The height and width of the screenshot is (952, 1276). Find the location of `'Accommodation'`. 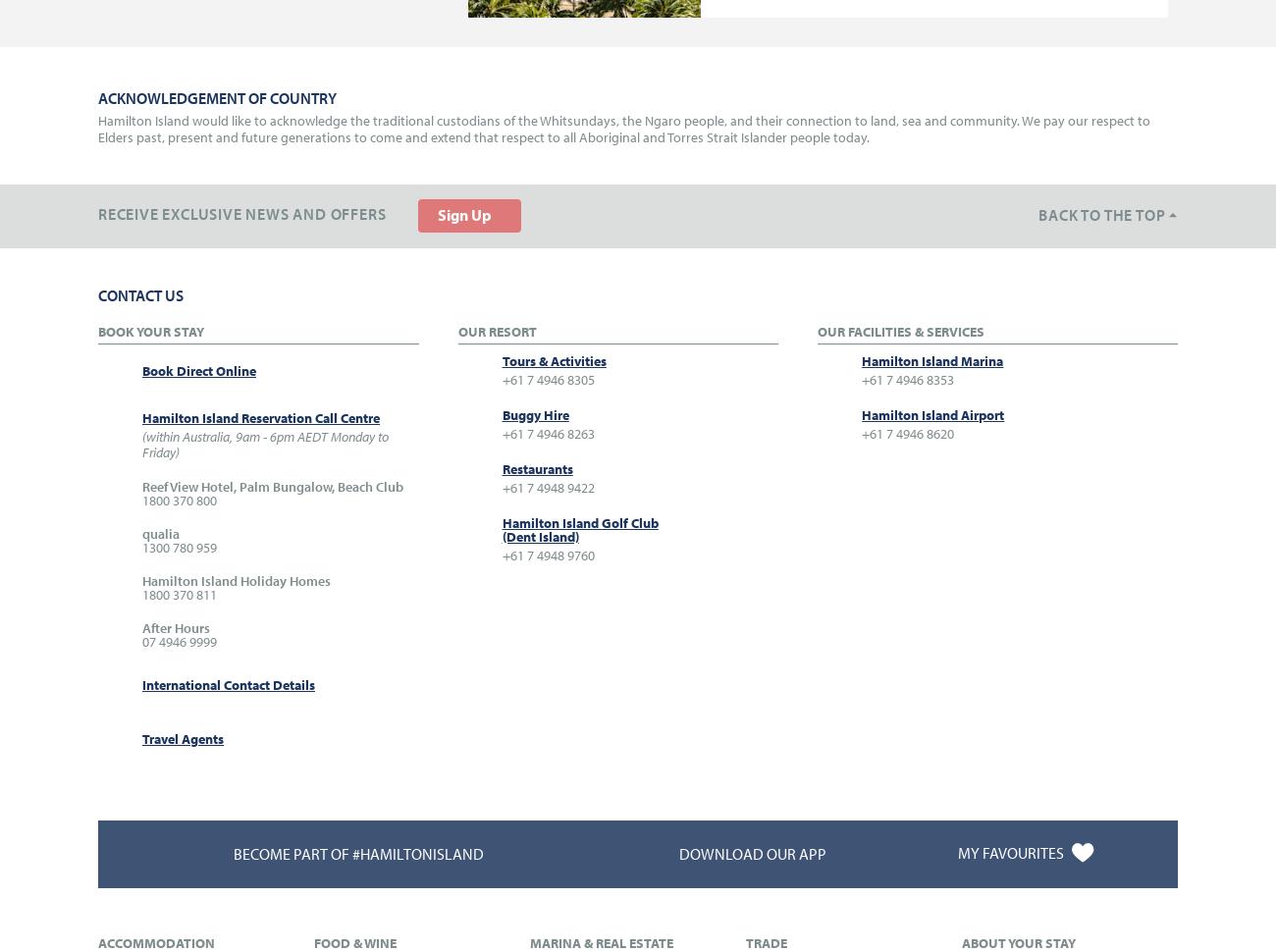

'Accommodation' is located at coordinates (155, 941).